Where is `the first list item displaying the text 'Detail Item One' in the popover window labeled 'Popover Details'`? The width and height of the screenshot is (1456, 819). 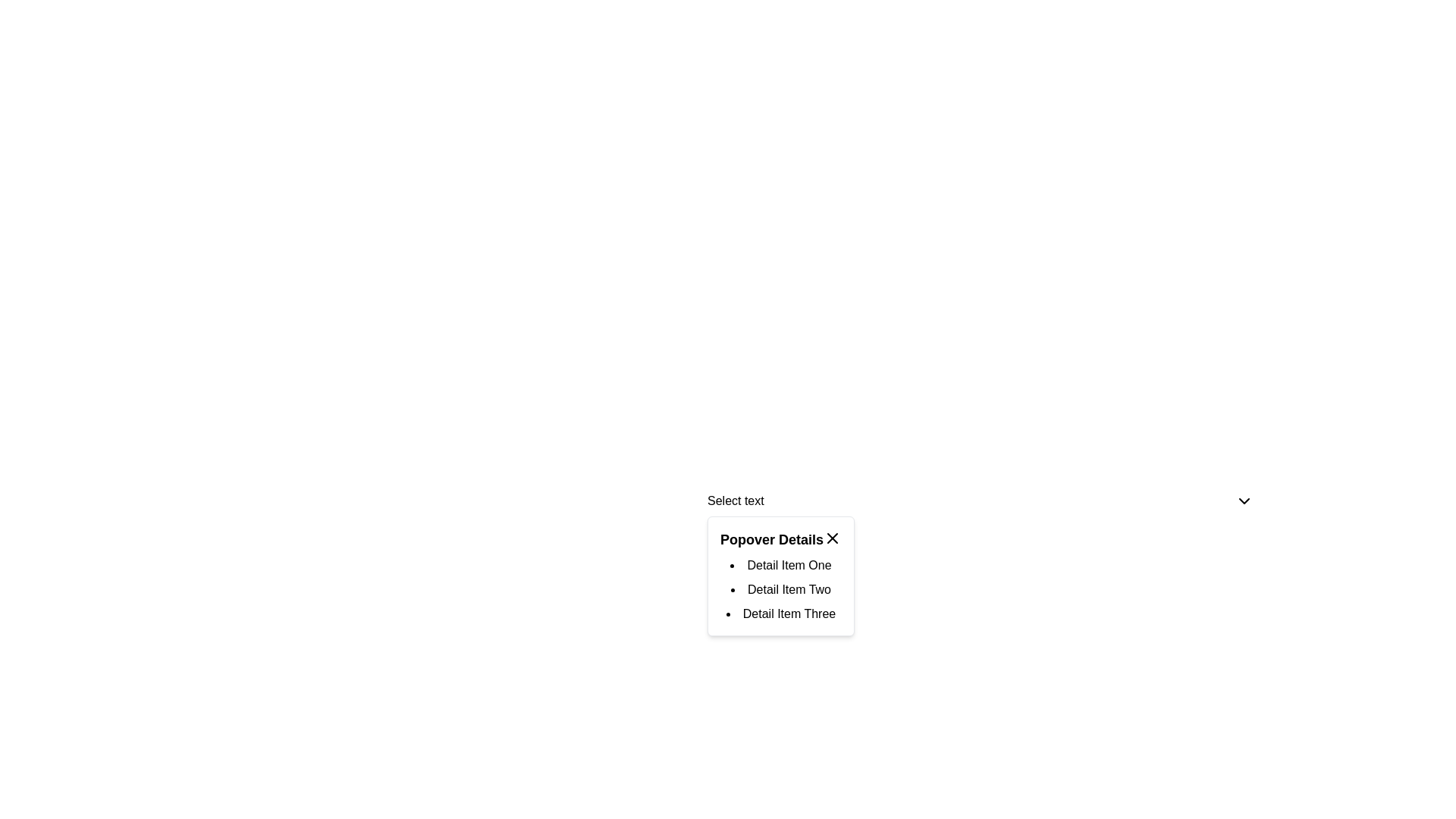
the first list item displaying the text 'Detail Item One' in the popover window labeled 'Popover Details' is located at coordinates (781, 565).